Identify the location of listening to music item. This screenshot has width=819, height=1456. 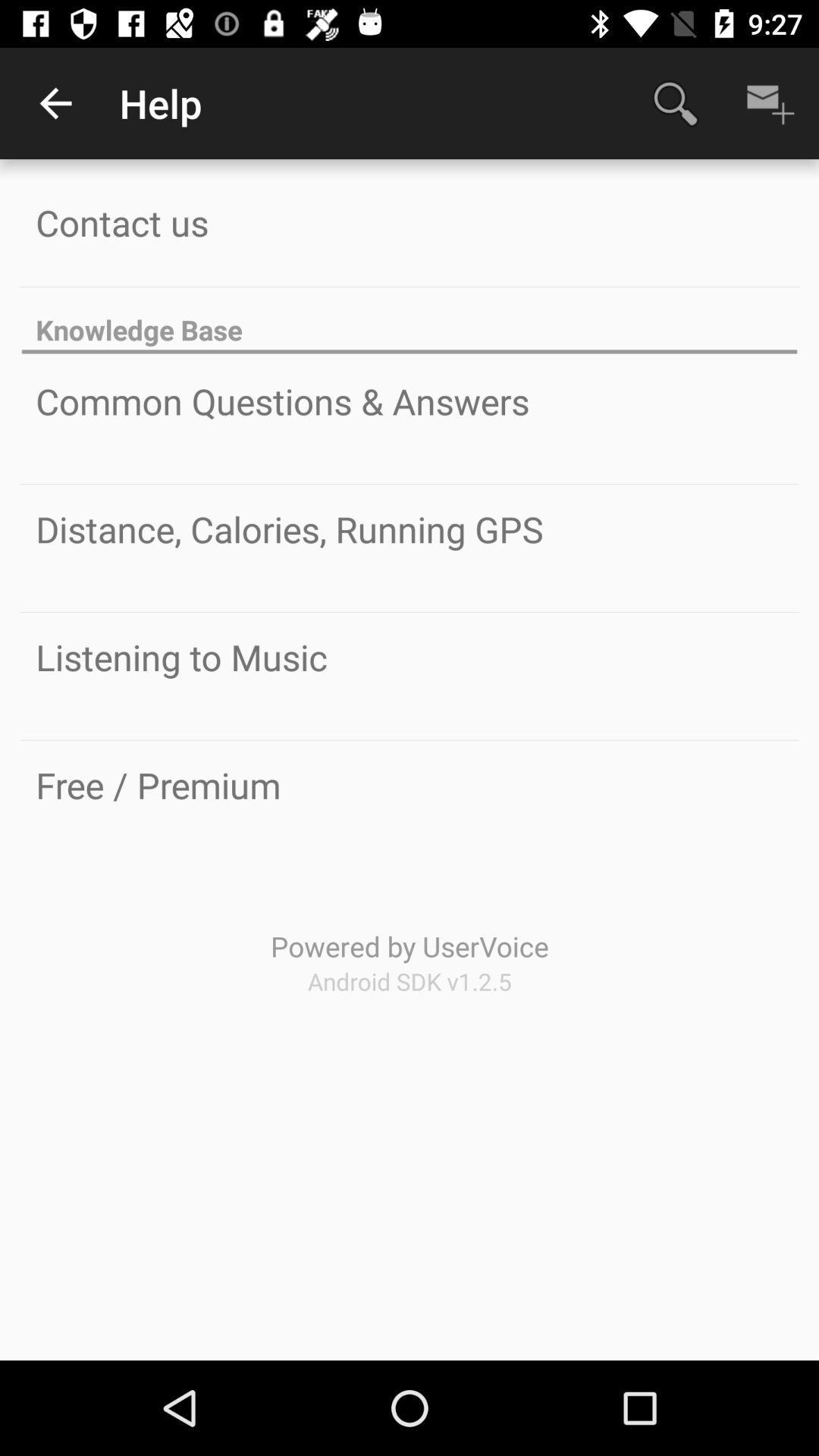
(180, 657).